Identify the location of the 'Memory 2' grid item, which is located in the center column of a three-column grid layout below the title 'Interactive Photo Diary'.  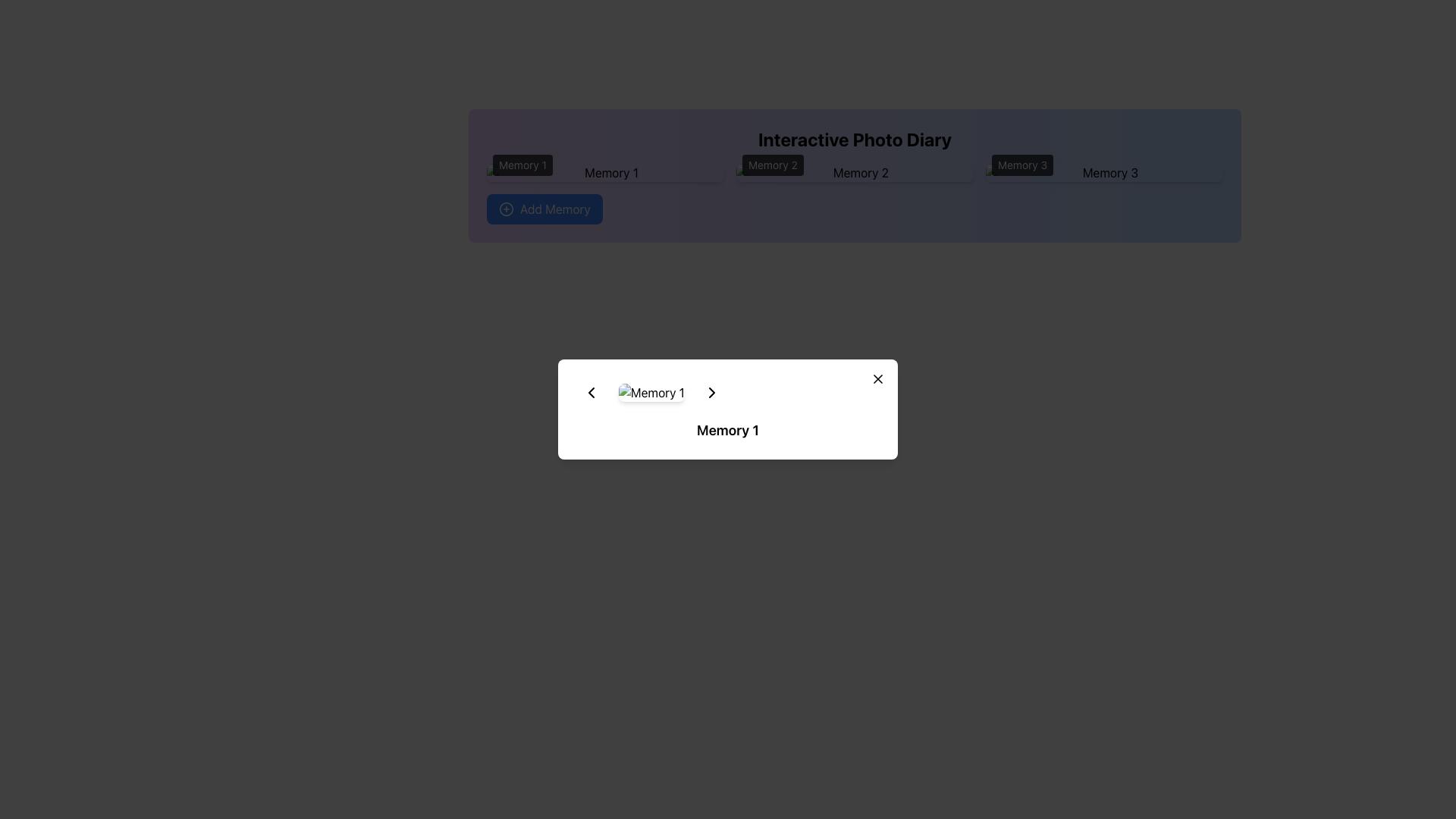
(855, 171).